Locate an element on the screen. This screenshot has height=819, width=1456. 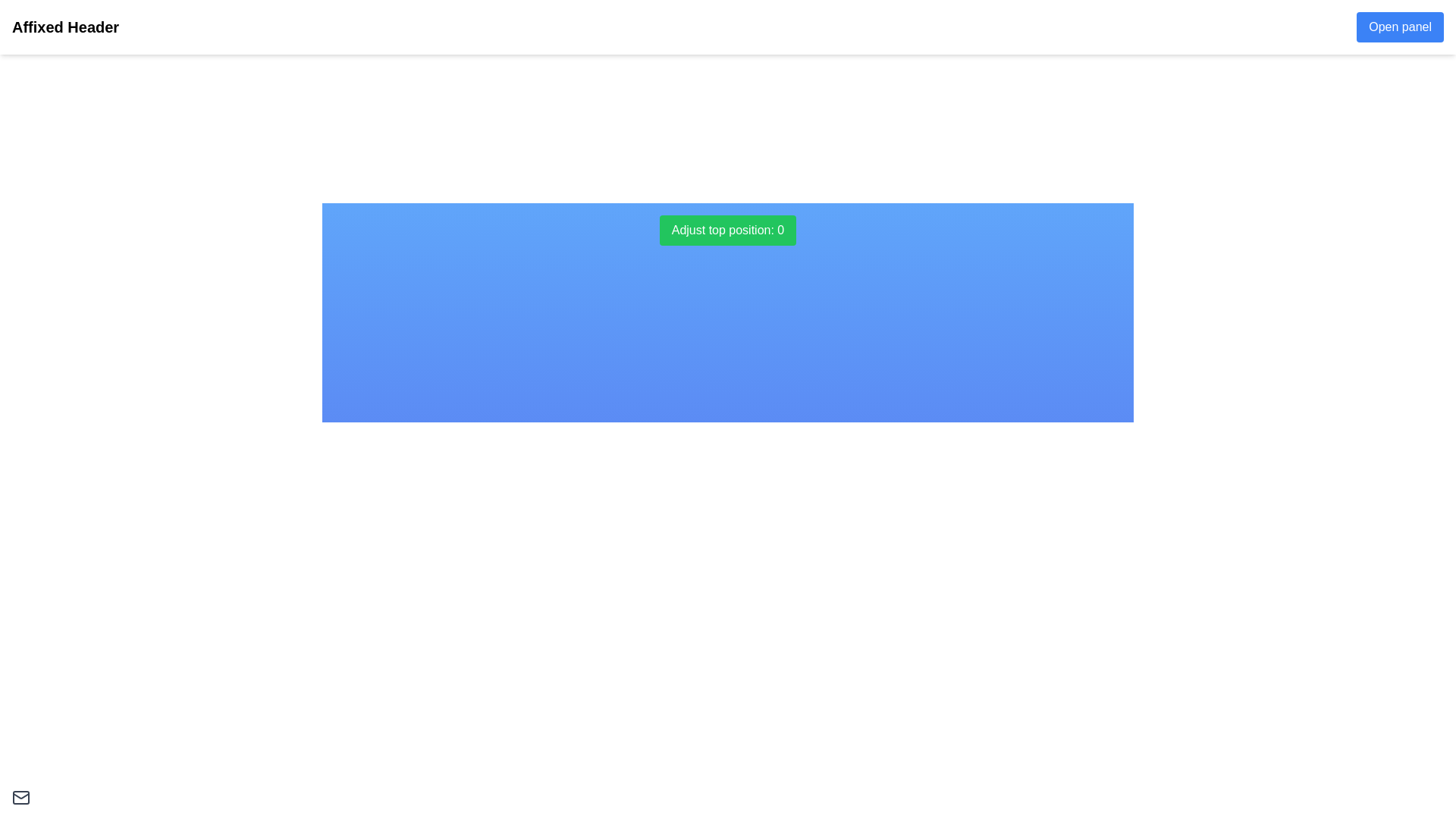
the bold text label 'Affixed Header' located in the fixed header bar at the top of the interface is located at coordinates (64, 27).